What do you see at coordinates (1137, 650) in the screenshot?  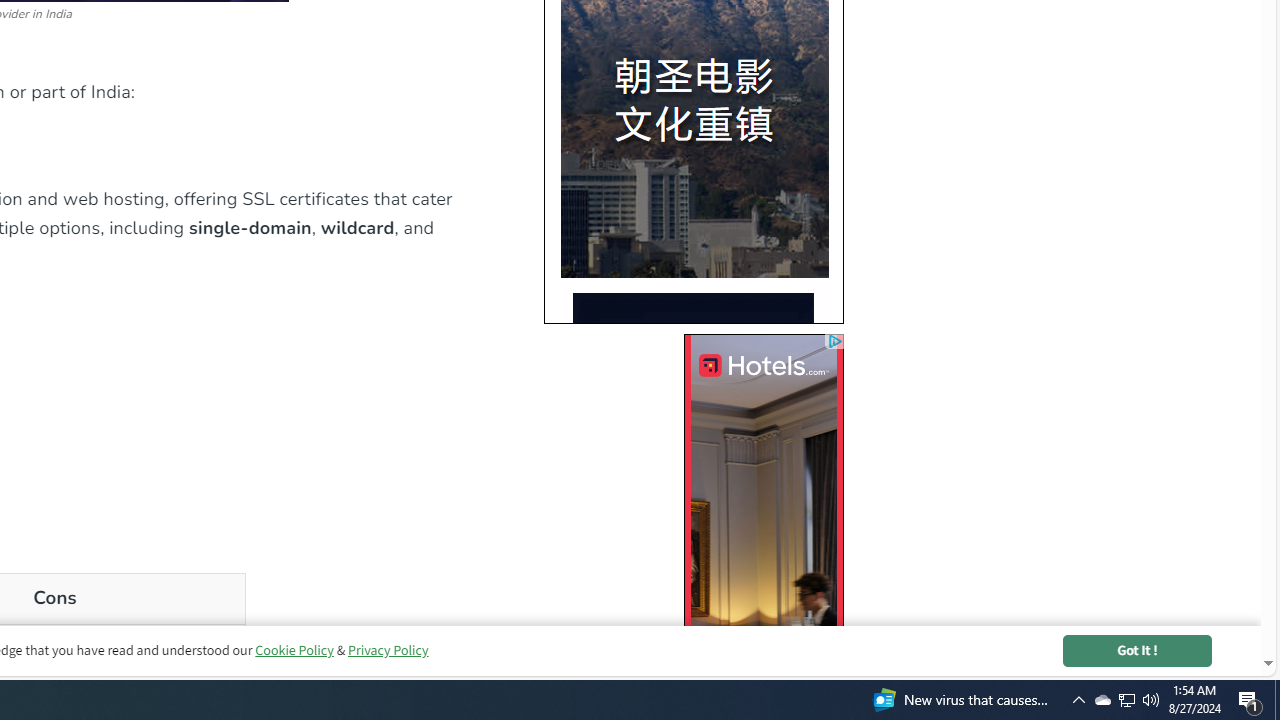 I see `'Got It !'` at bounding box center [1137, 650].